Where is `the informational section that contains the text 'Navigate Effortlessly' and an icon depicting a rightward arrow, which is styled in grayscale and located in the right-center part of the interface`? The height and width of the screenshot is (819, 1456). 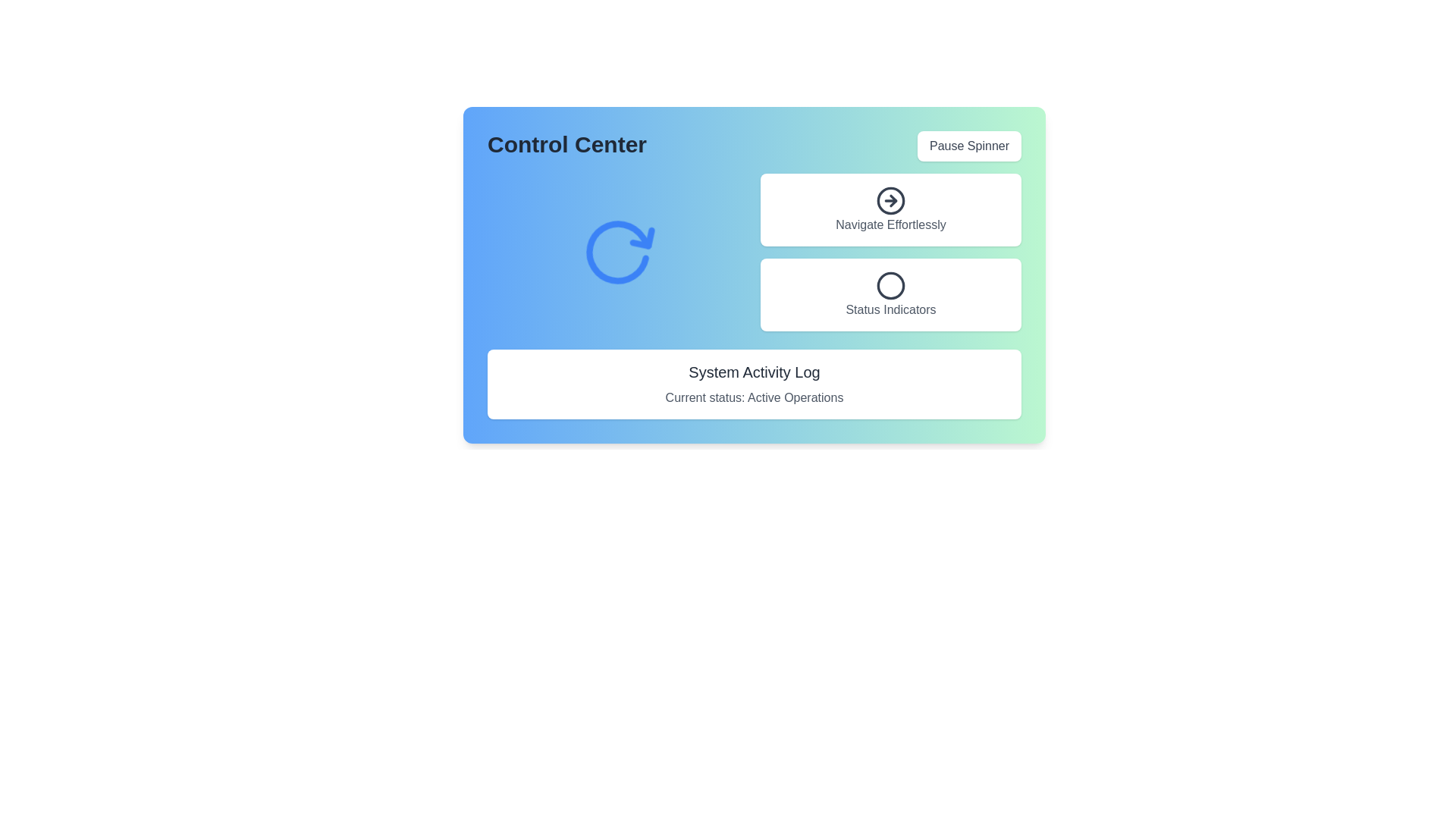 the informational section that contains the text 'Navigate Effortlessly' and an icon depicting a rightward arrow, which is styled in grayscale and located in the right-center part of the interface is located at coordinates (891, 210).